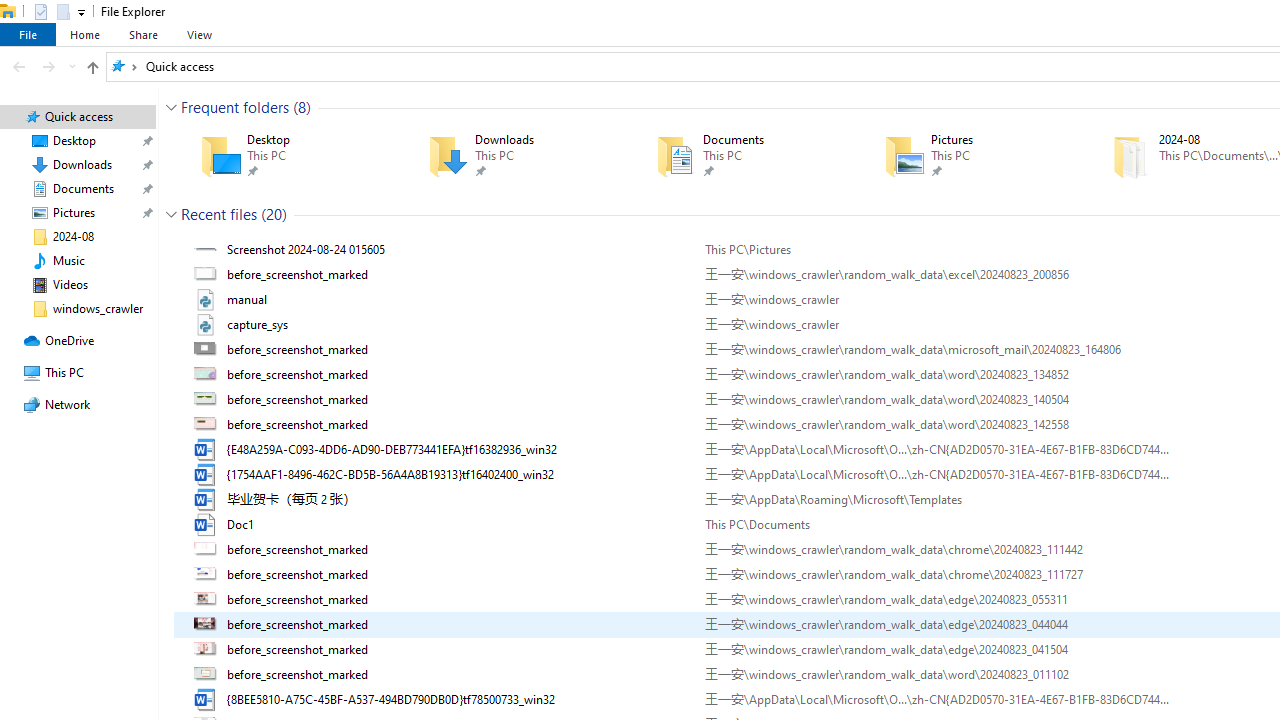  I want to click on 'Up band toolbar', so click(91, 69).